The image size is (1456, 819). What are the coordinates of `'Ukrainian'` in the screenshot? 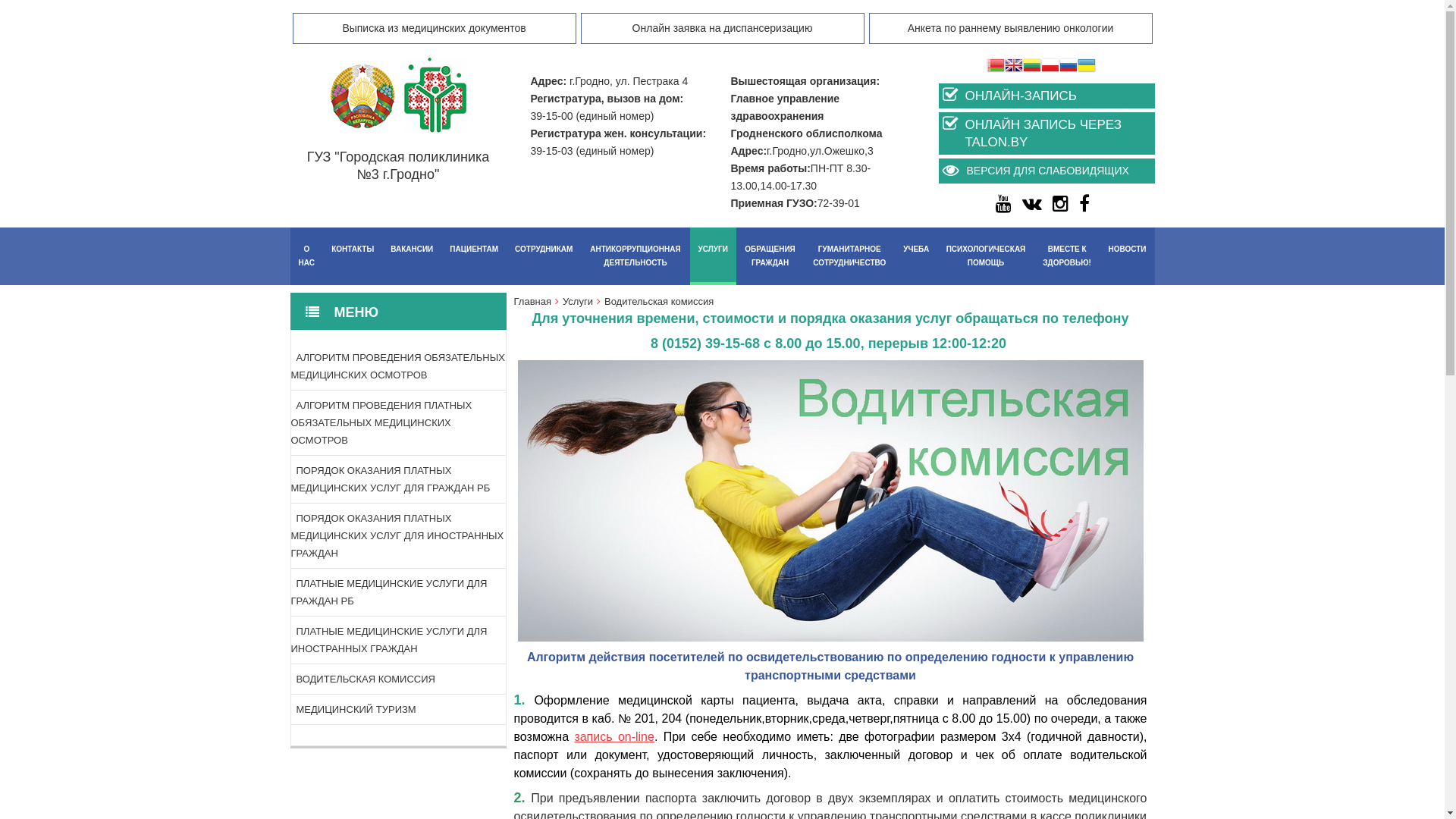 It's located at (1084, 66).